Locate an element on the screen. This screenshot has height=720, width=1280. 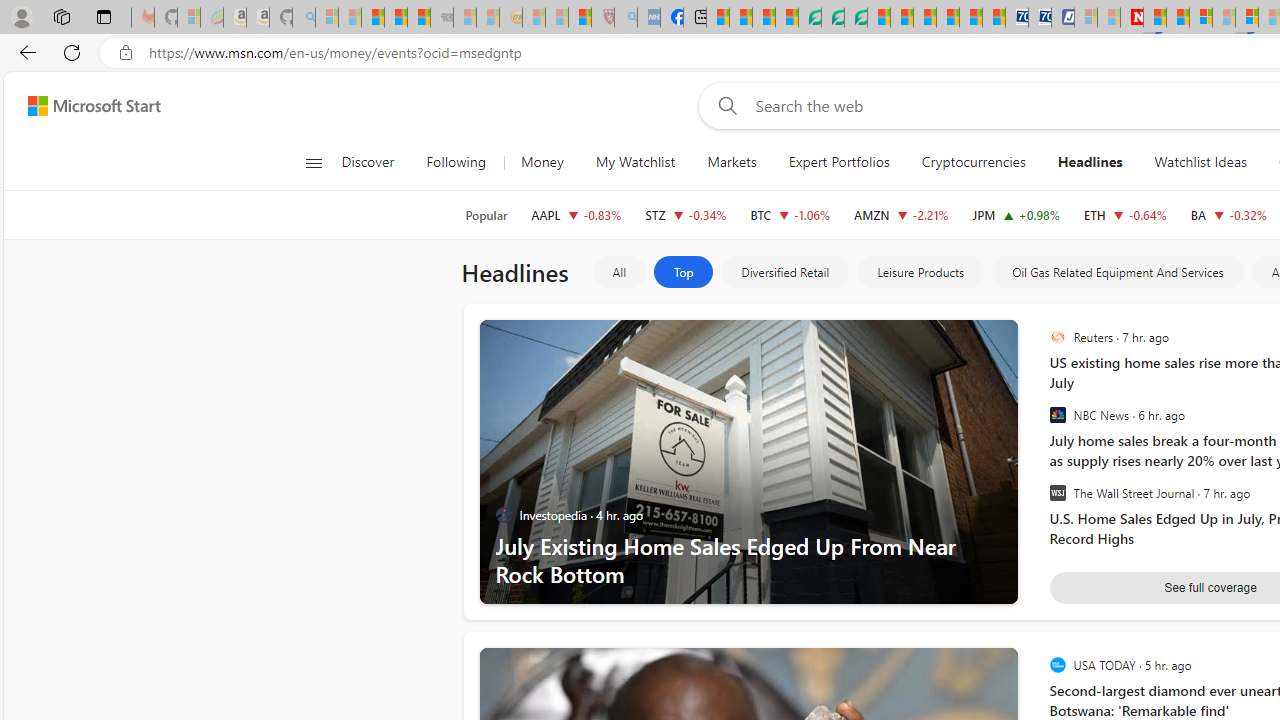
'ETH Ethereum decrease 2,624.30 -16.80 -0.64%' is located at coordinates (1125, 214).